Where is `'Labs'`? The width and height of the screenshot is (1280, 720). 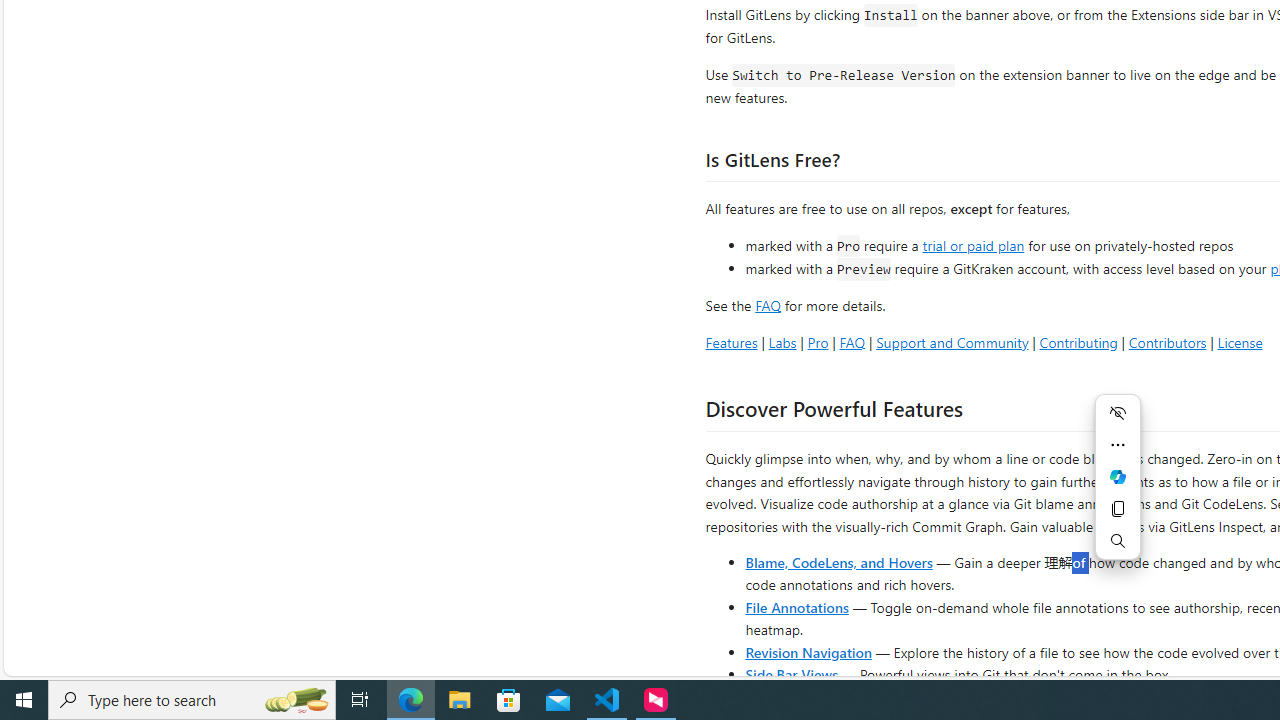 'Labs' is located at coordinates (781, 341).